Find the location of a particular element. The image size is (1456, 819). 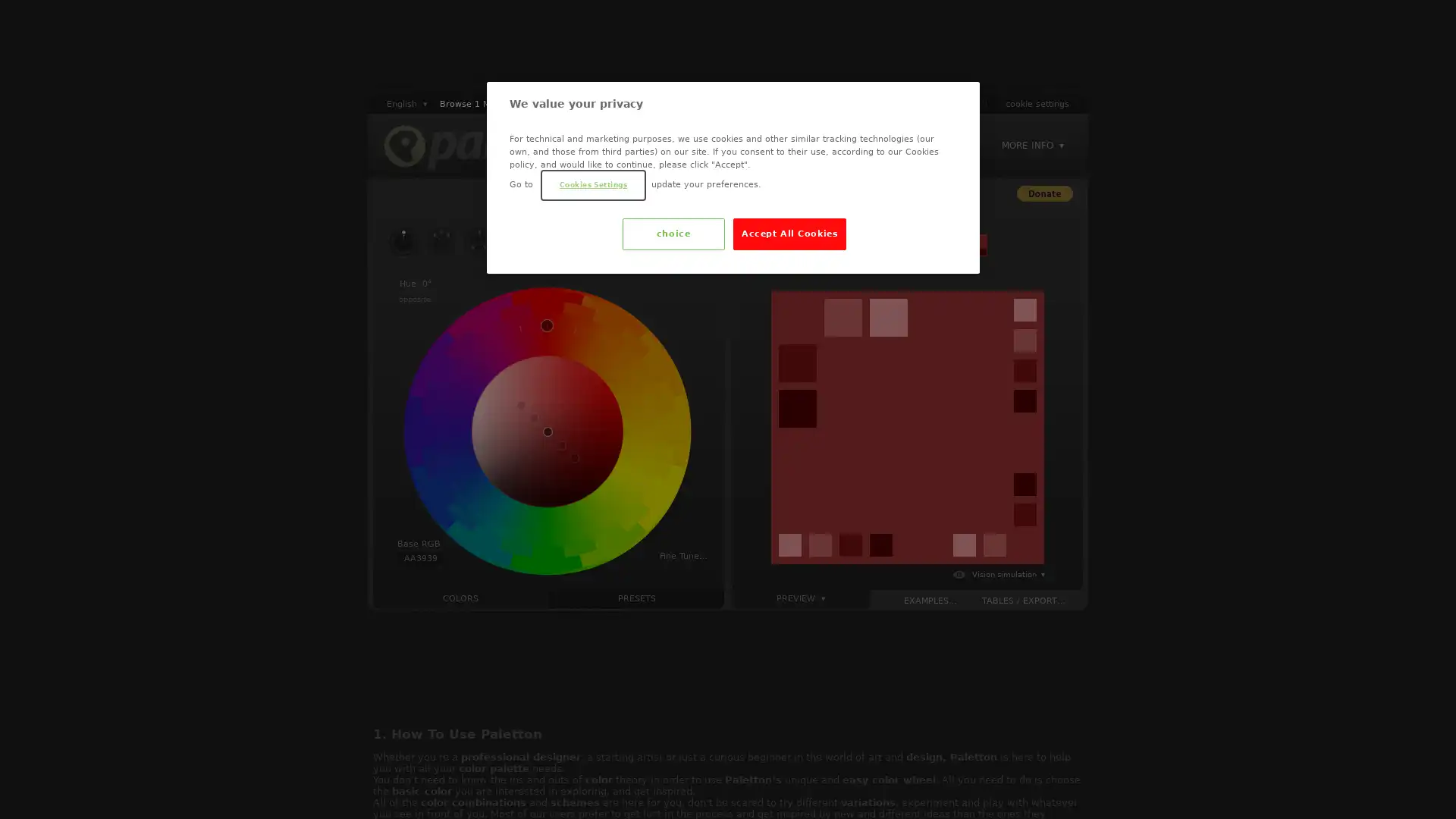

Fine Tune... is located at coordinates (682, 555).